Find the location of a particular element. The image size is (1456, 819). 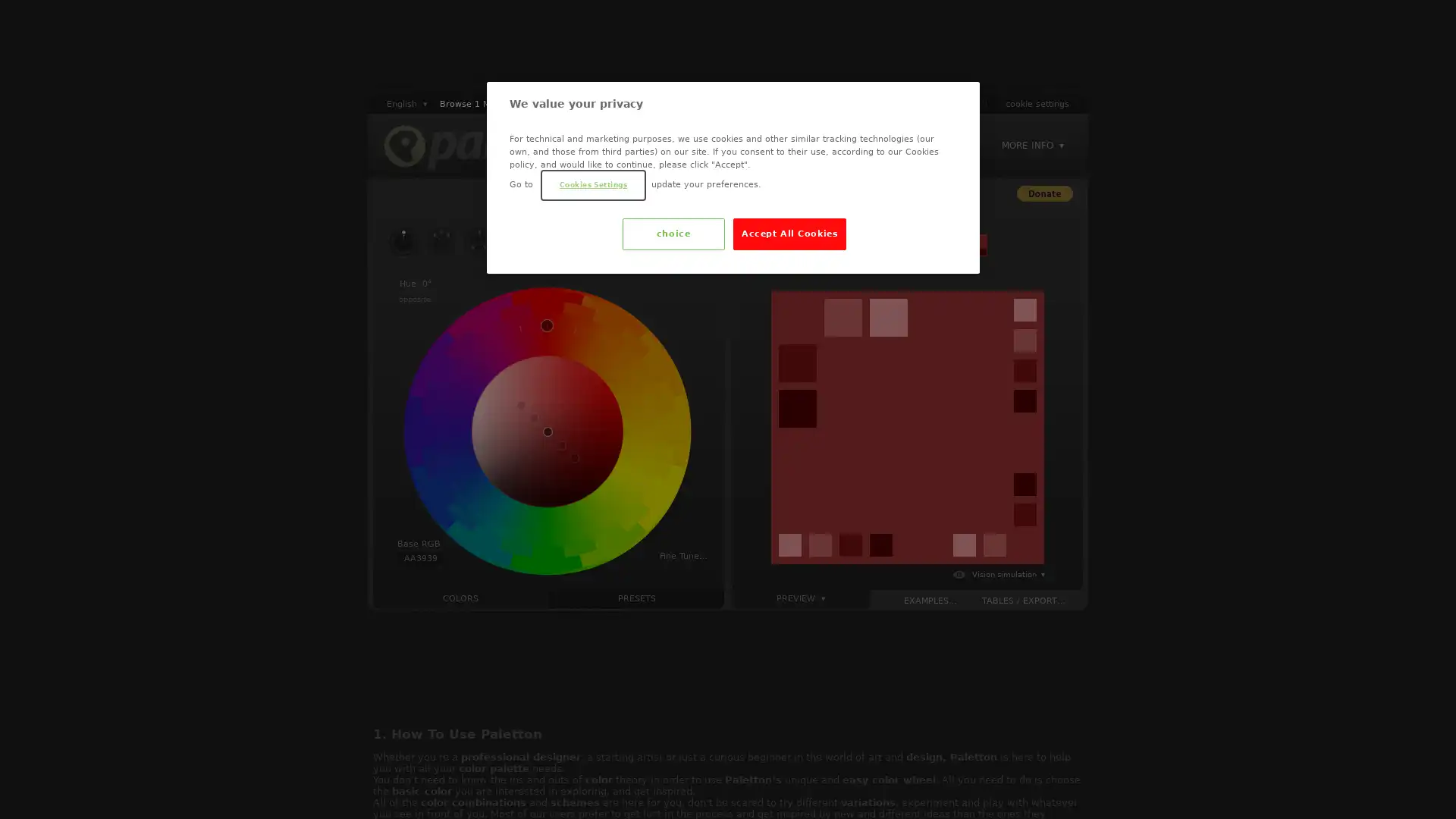

Fine Tune... is located at coordinates (682, 555).